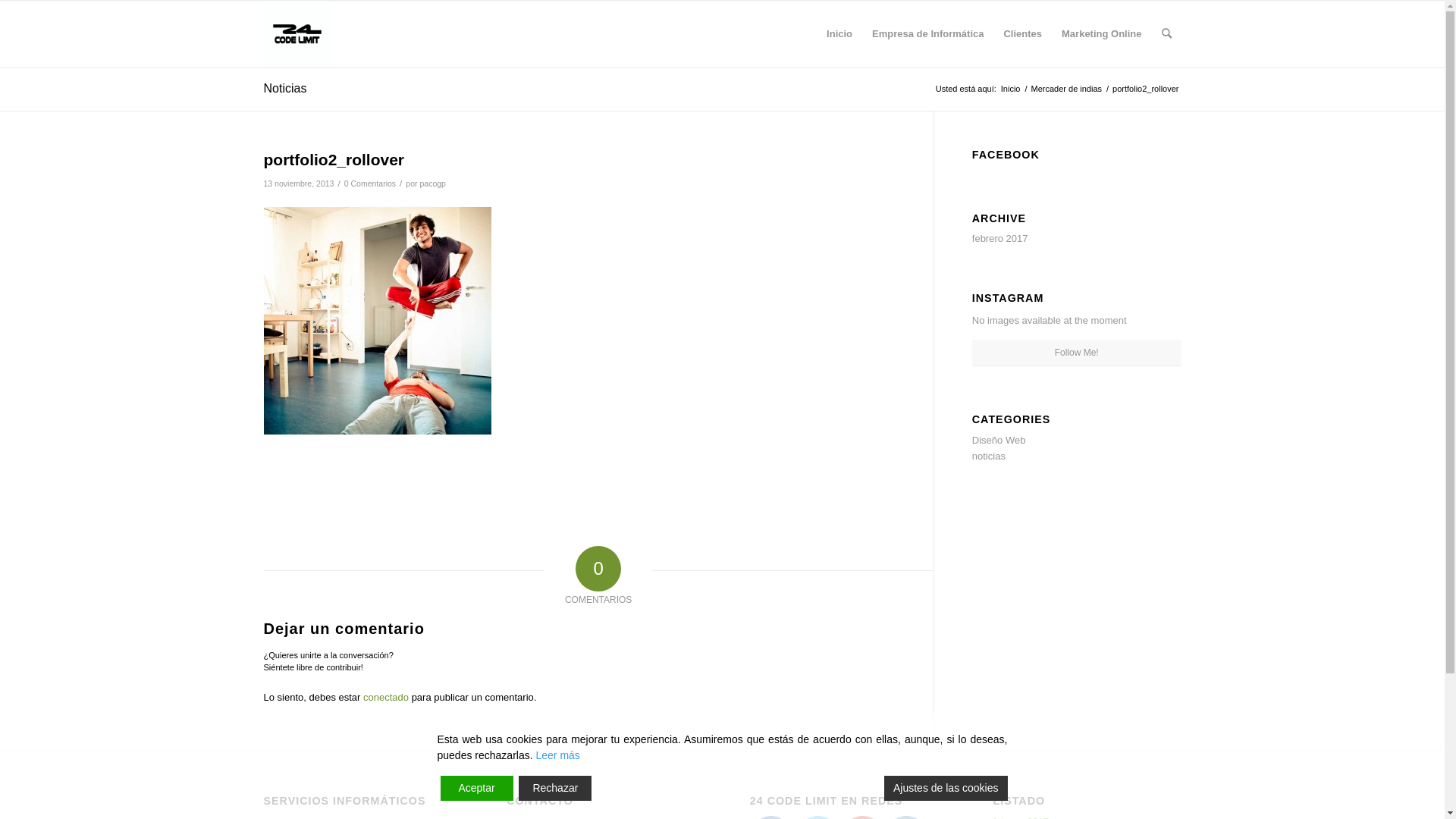  What do you see at coordinates (431, 183) in the screenshot?
I see `'pacogp'` at bounding box center [431, 183].